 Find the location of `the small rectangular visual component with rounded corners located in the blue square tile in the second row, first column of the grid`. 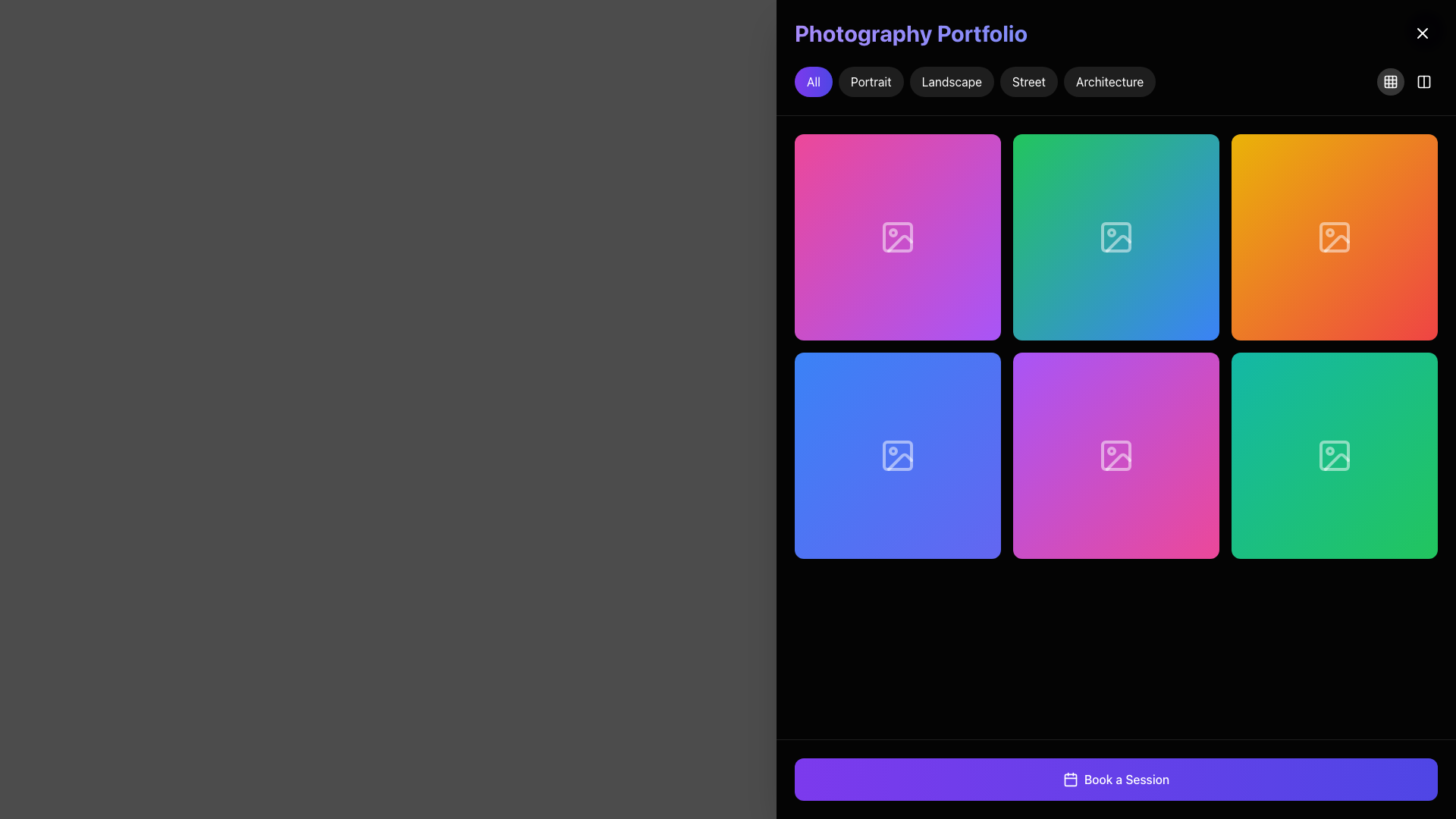

the small rectangular visual component with rounded corners located in the blue square tile in the second row, first column of the grid is located at coordinates (898, 455).